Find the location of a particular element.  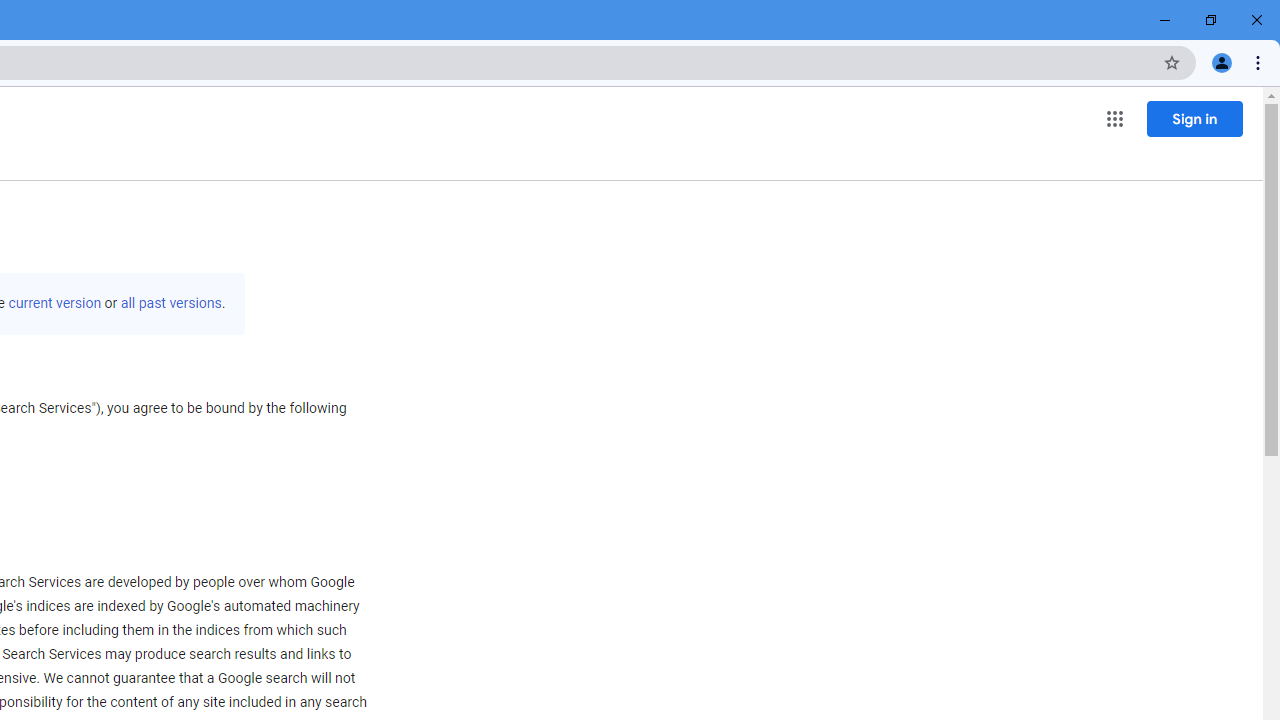

'all past versions' is located at coordinates (170, 303).